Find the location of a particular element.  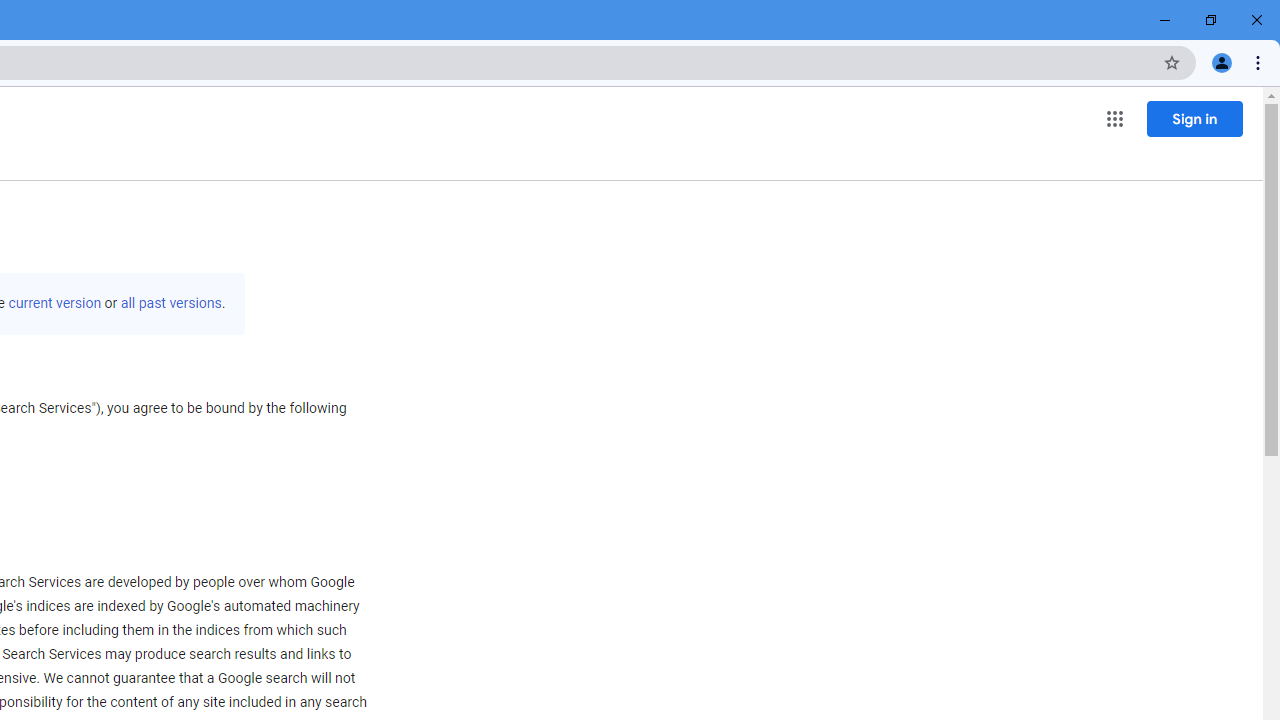

'all past versions' is located at coordinates (170, 303).